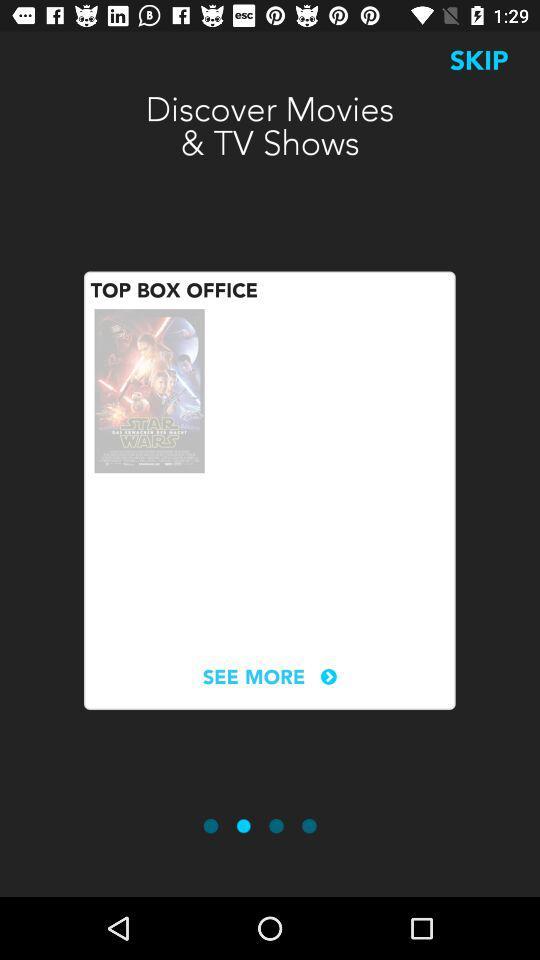 The width and height of the screenshot is (540, 960). I want to click on the skip icon, so click(478, 59).